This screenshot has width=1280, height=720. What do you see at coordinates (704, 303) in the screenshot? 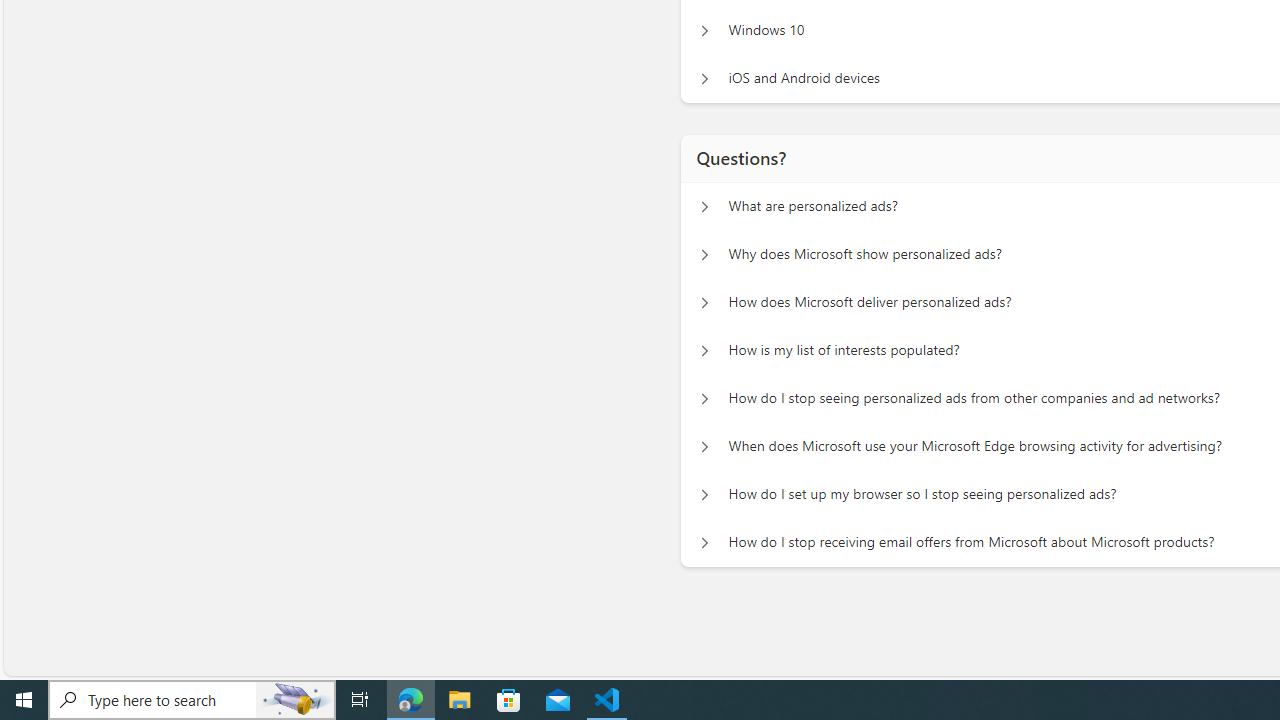
I see `'Questions? How does Microsoft deliver personalized ads?'` at bounding box center [704, 303].